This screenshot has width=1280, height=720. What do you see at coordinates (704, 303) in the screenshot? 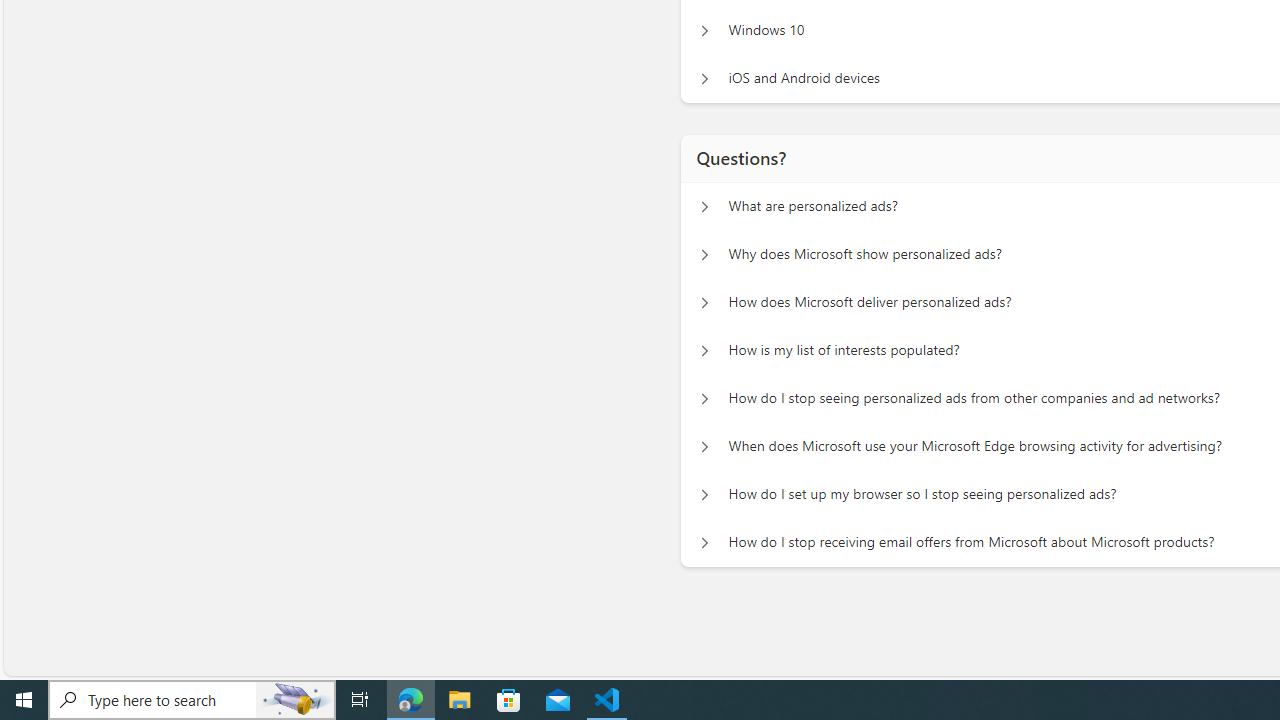
I see `'Questions? How does Microsoft deliver personalized ads?'` at bounding box center [704, 303].